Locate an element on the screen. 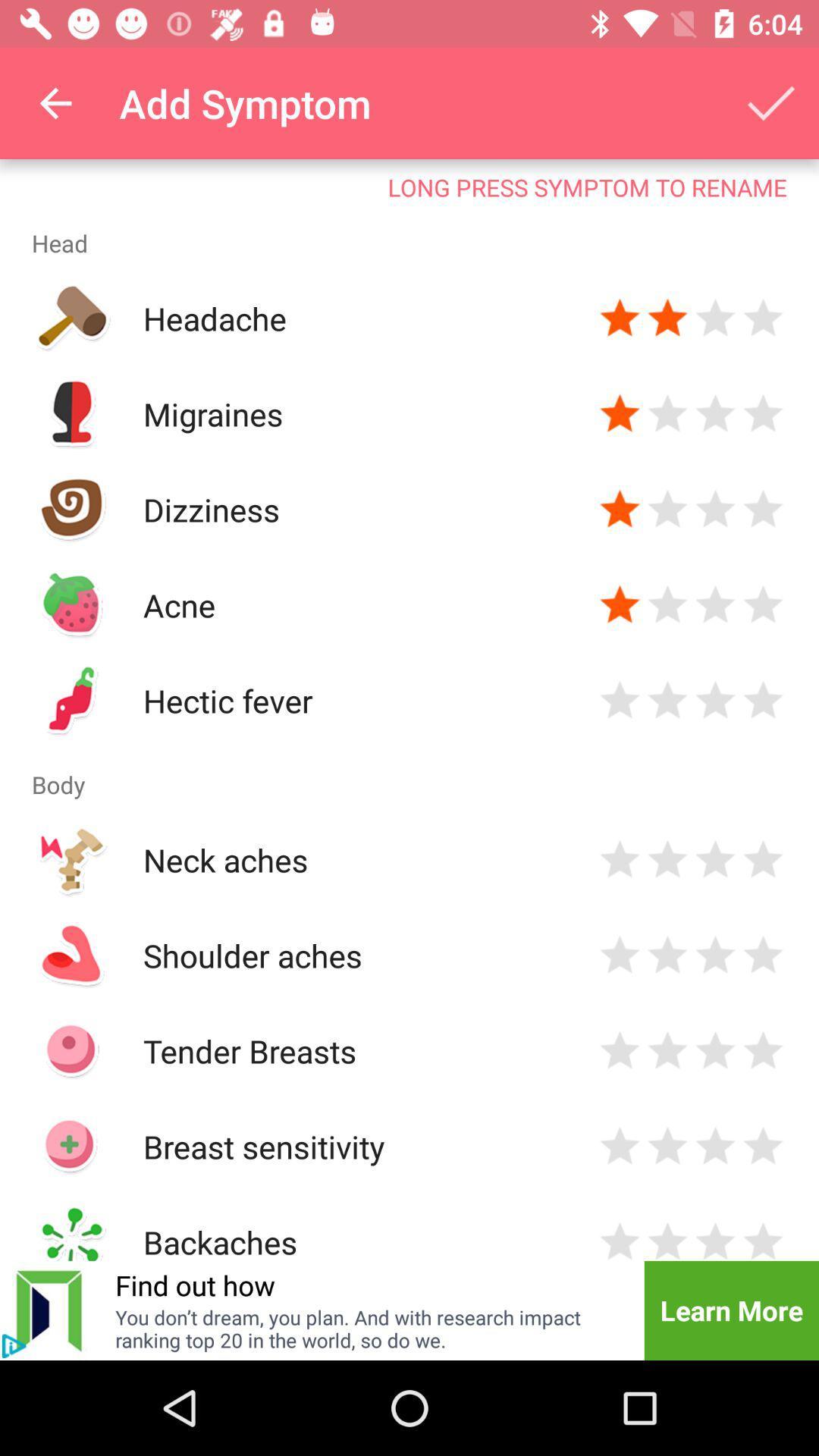 Image resolution: width=819 pixels, height=1456 pixels. give symptom in the row four stars is located at coordinates (763, 318).